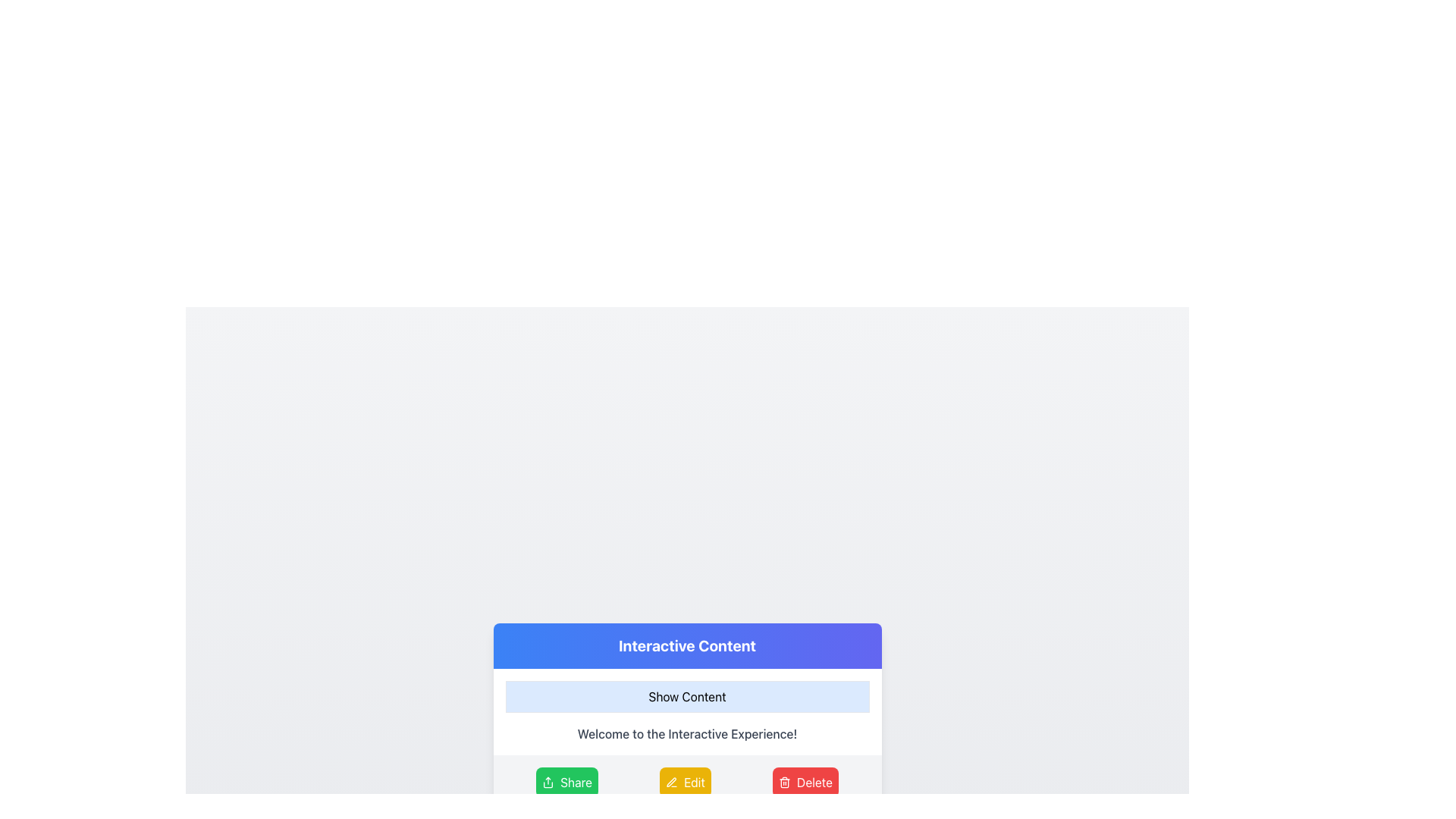 The width and height of the screenshot is (1456, 819). Describe the element at coordinates (548, 783) in the screenshot. I see `the 'Share' button which contains the icon signifying the 'Share' action, located at the bottom center of the UI layout` at that location.